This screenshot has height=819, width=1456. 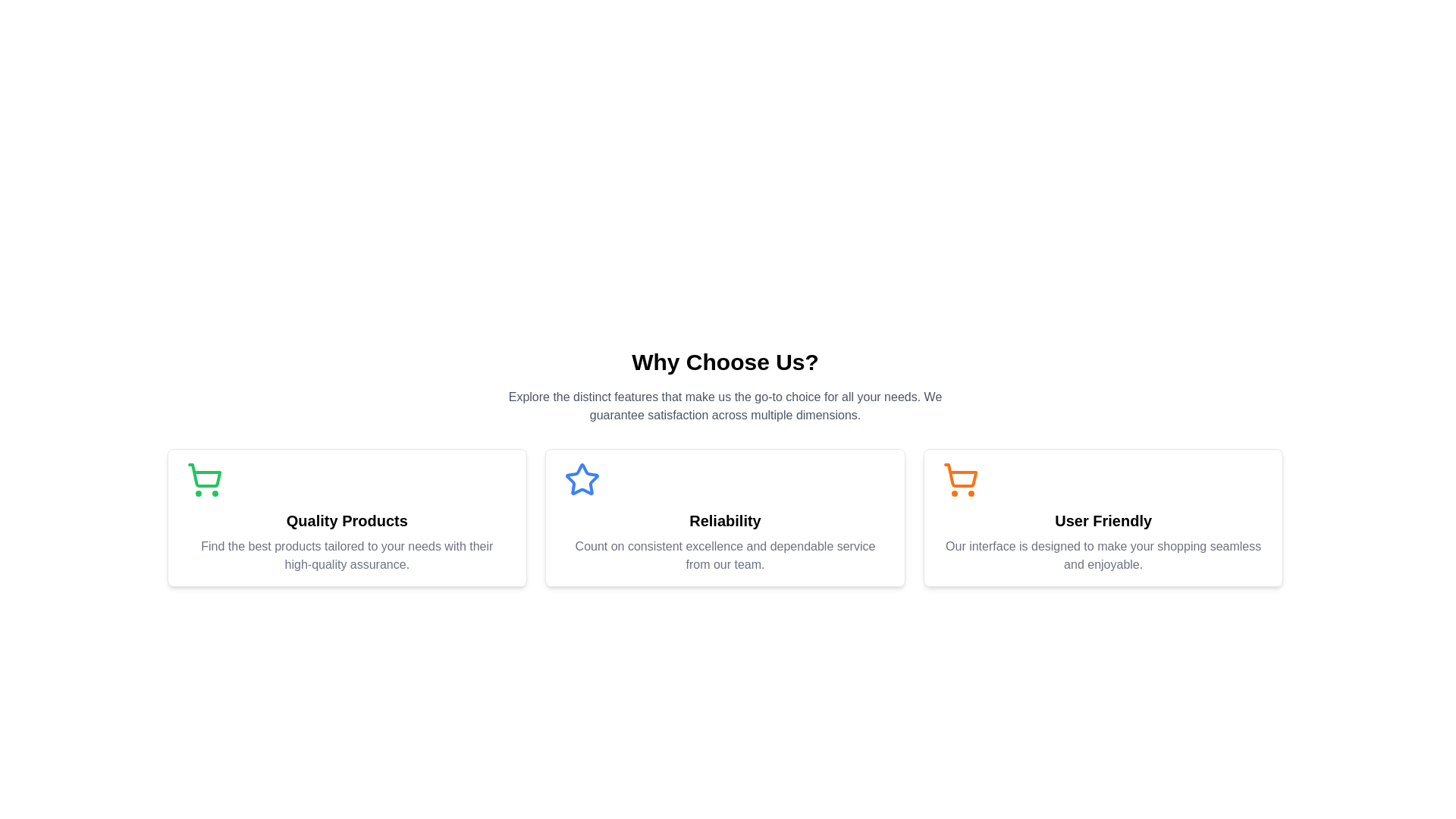 What do you see at coordinates (582, 479) in the screenshot?
I see `the 'Reliability' icon` at bounding box center [582, 479].